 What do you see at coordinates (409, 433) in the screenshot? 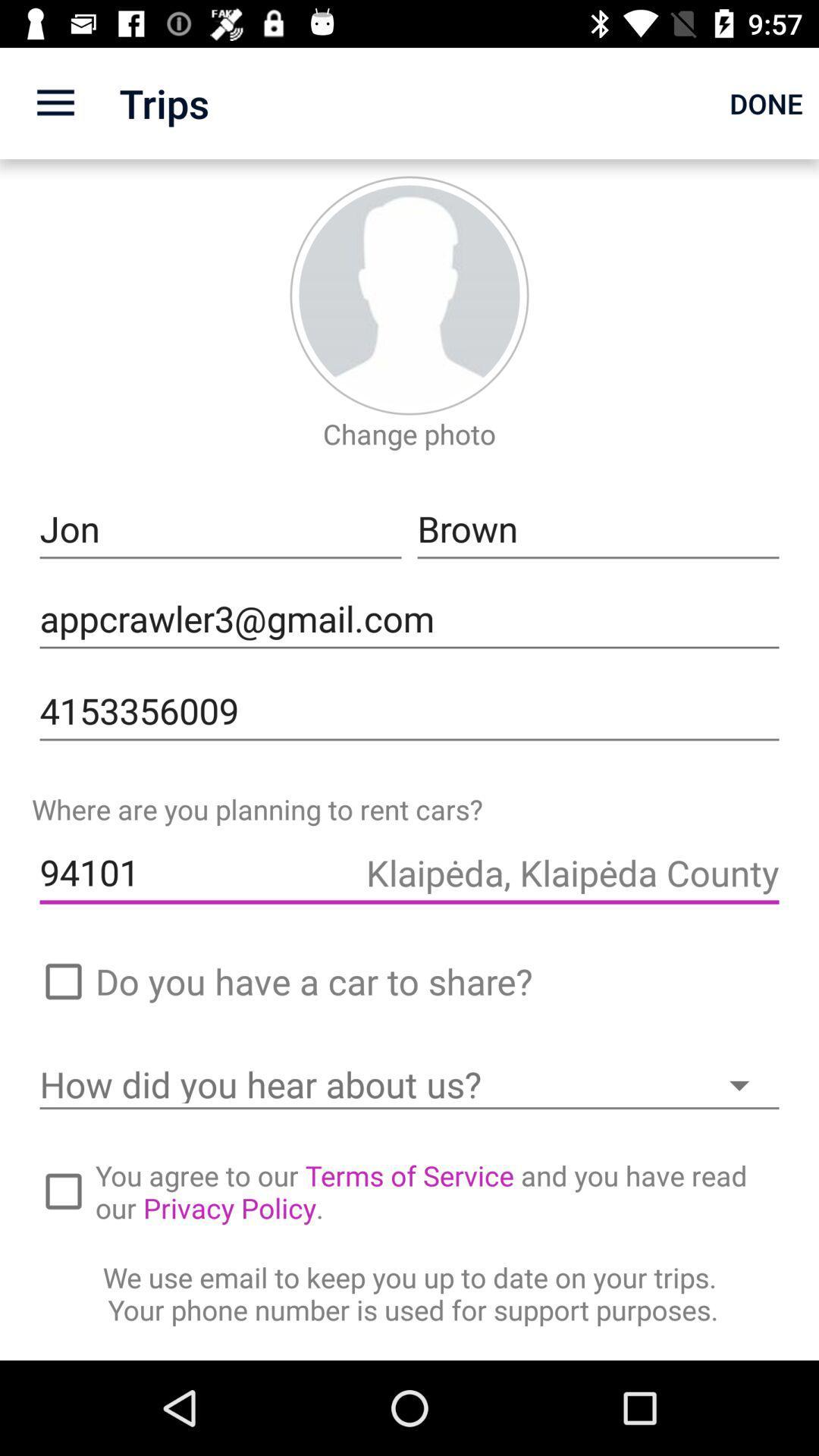
I see `the icon above the jon icon` at bounding box center [409, 433].